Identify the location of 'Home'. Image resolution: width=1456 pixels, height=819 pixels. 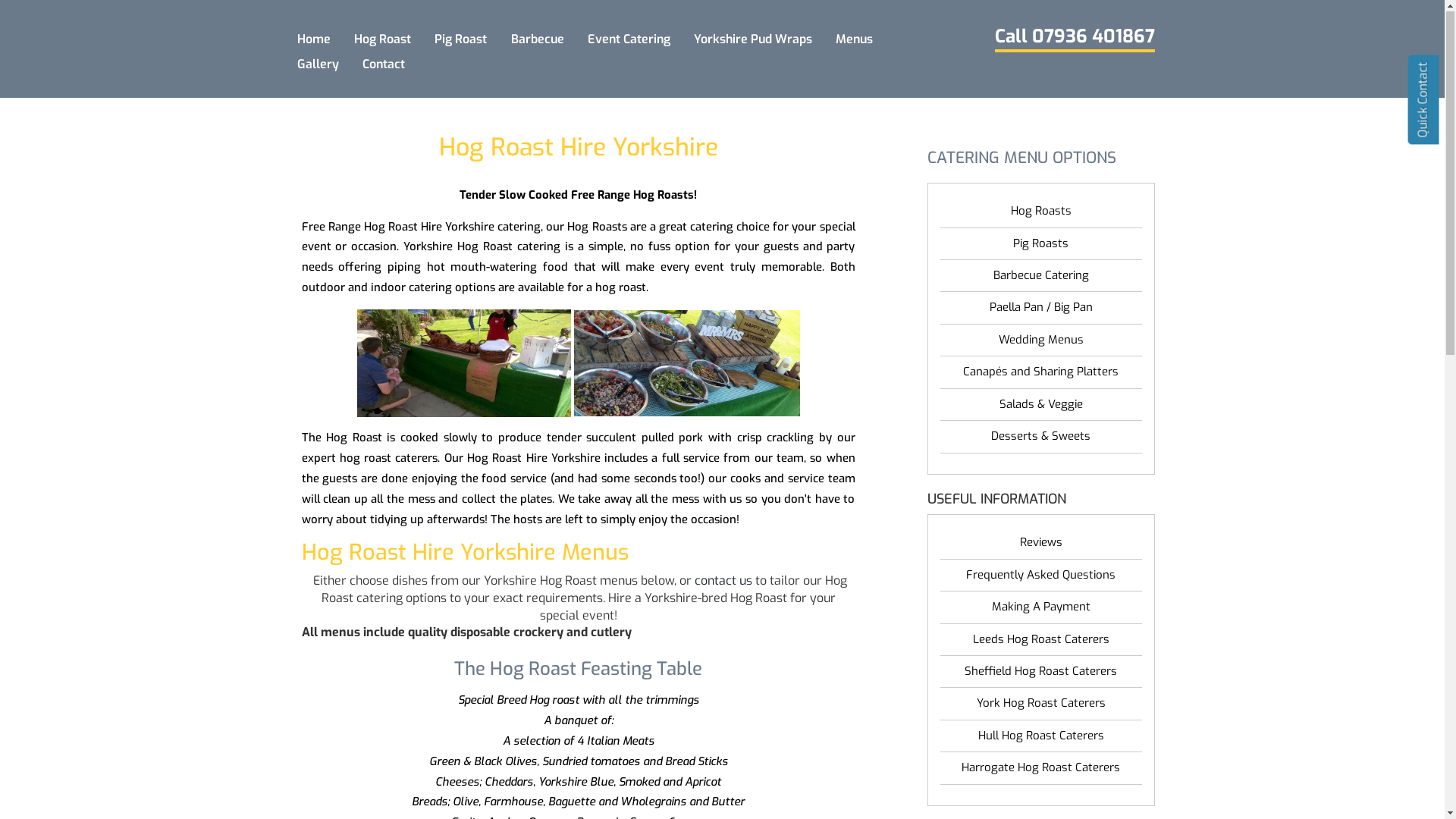
(312, 39).